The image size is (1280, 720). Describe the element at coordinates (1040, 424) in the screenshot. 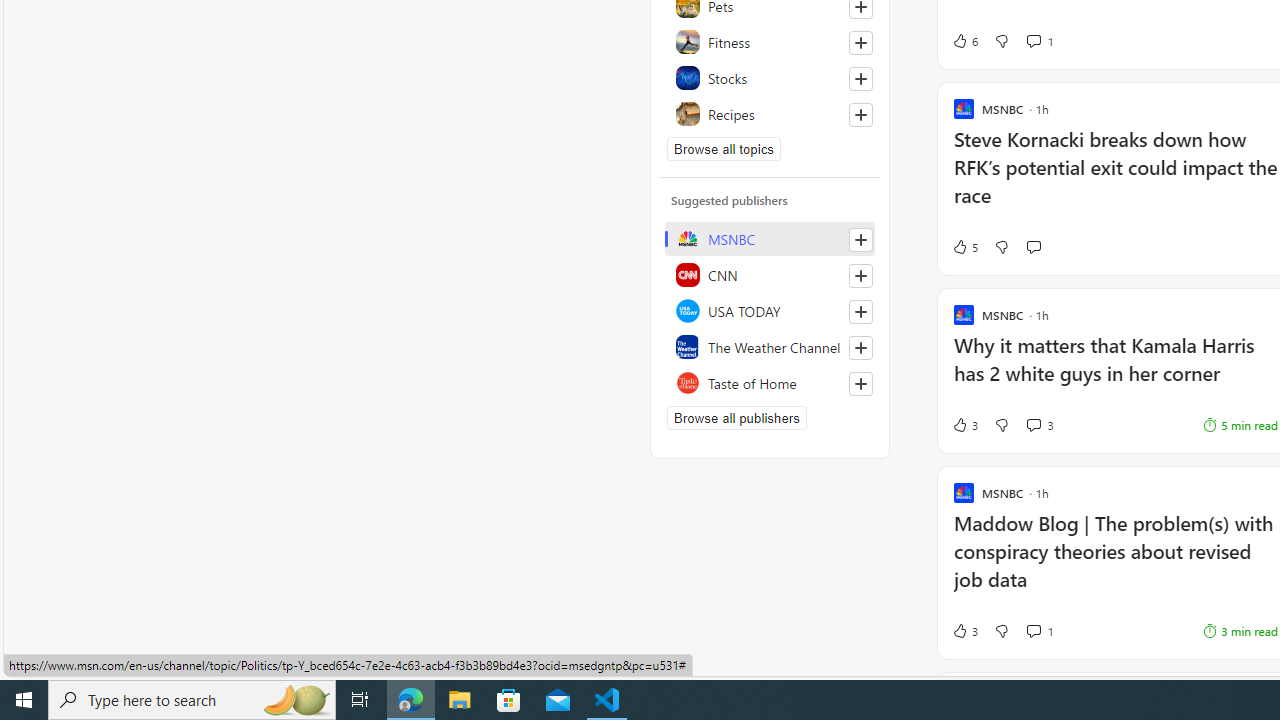

I see `'View comments 3 Comment'` at that location.